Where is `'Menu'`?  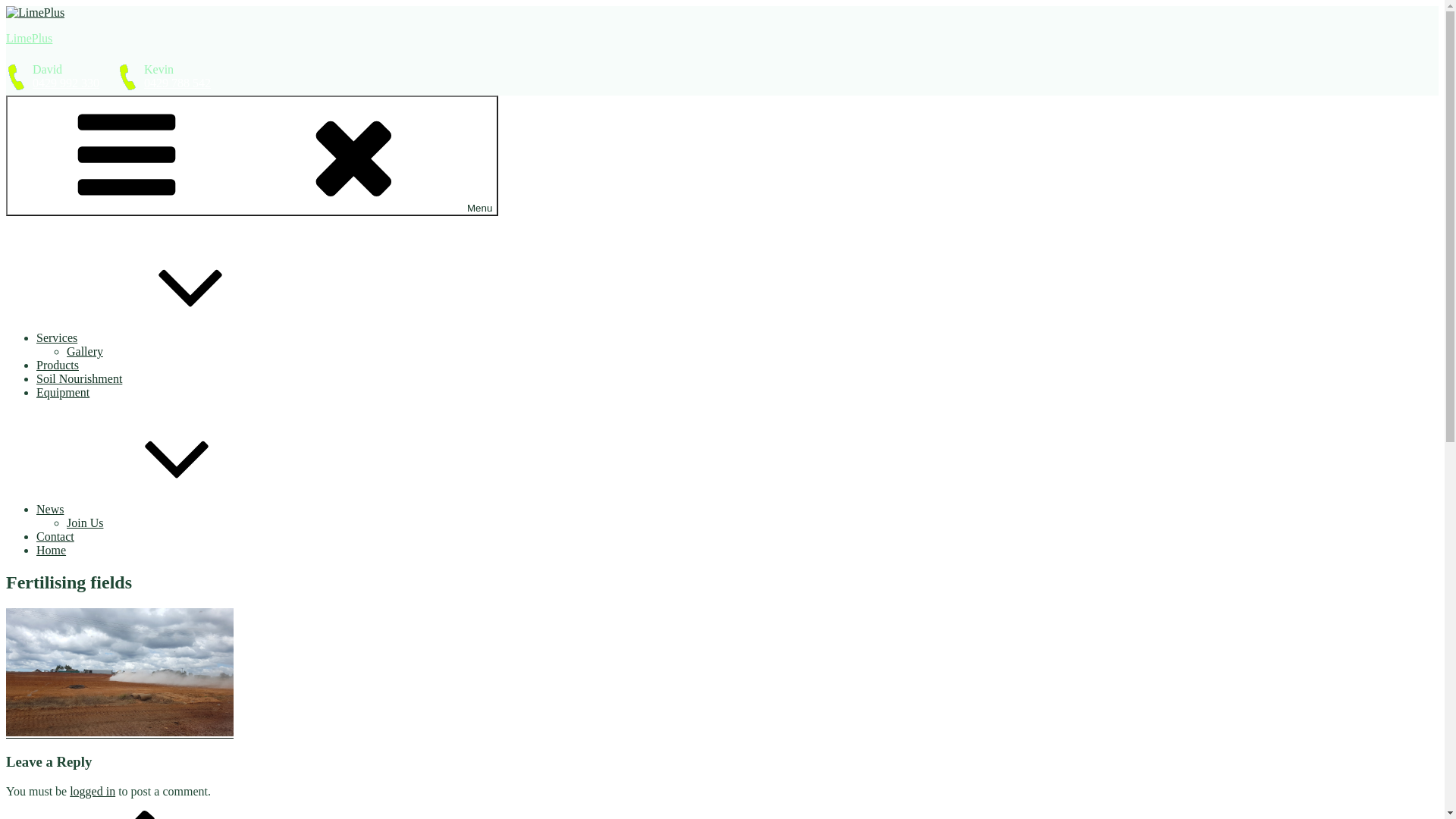
'Menu' is located at coordinates (252, 155).